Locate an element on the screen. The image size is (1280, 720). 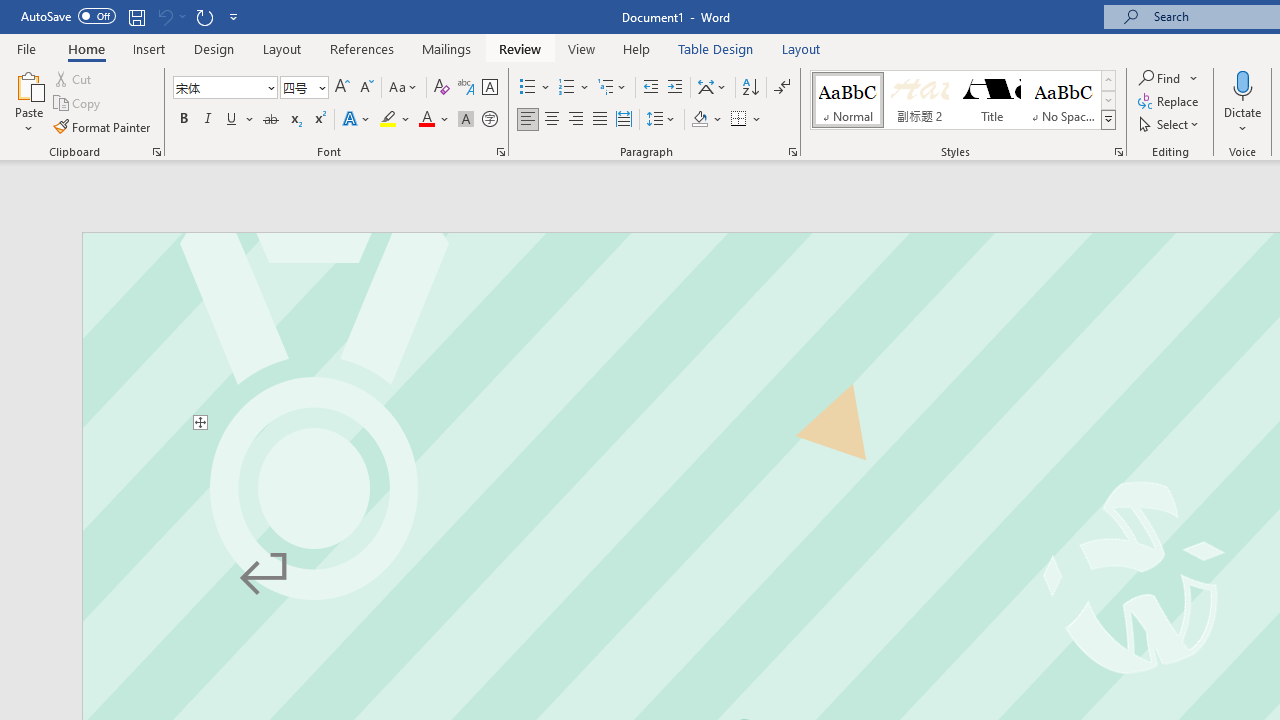
'Can' is located at coordinates (164, 16).